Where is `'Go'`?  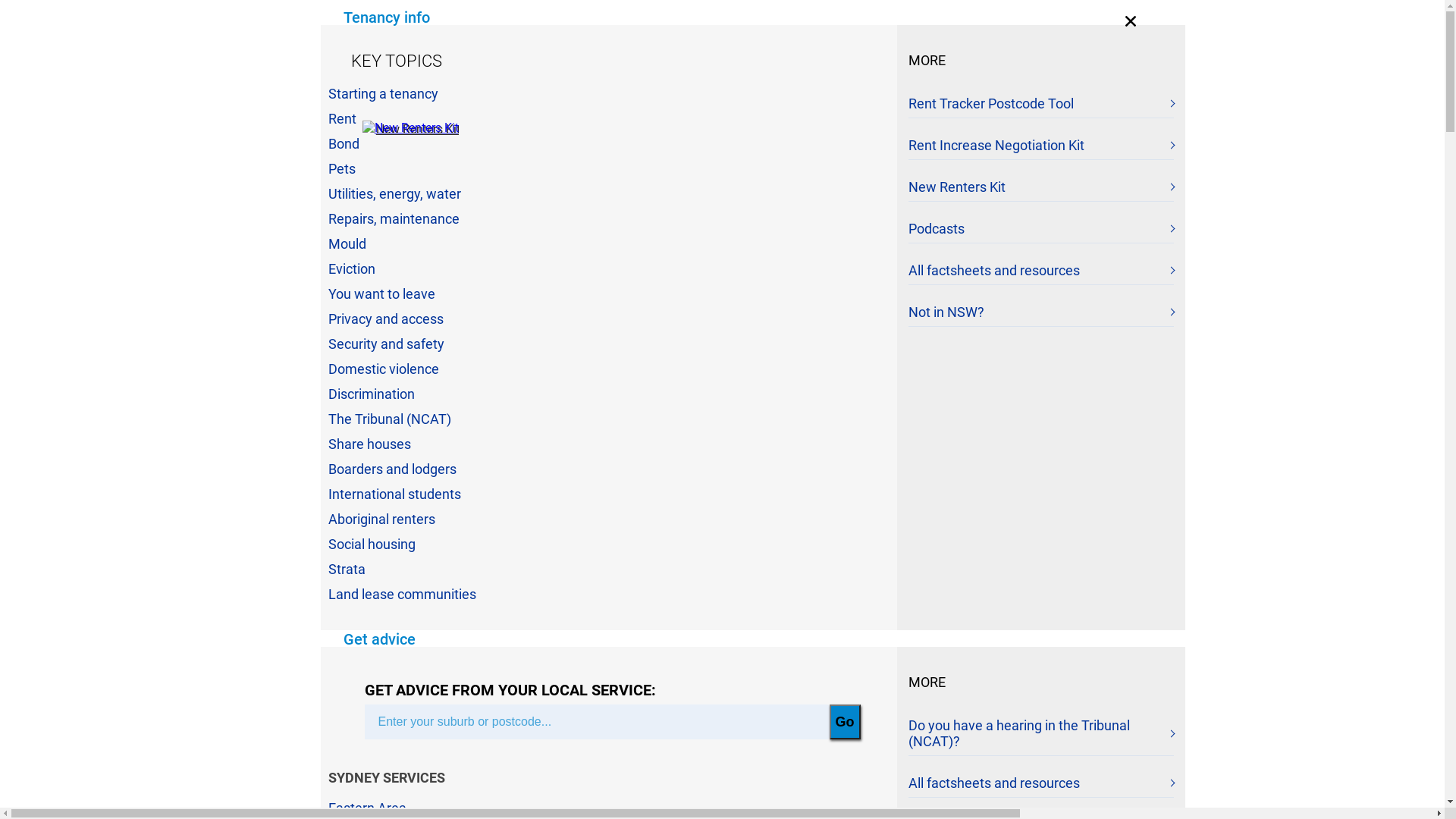 'Go' is located at coordinates (844, 721).